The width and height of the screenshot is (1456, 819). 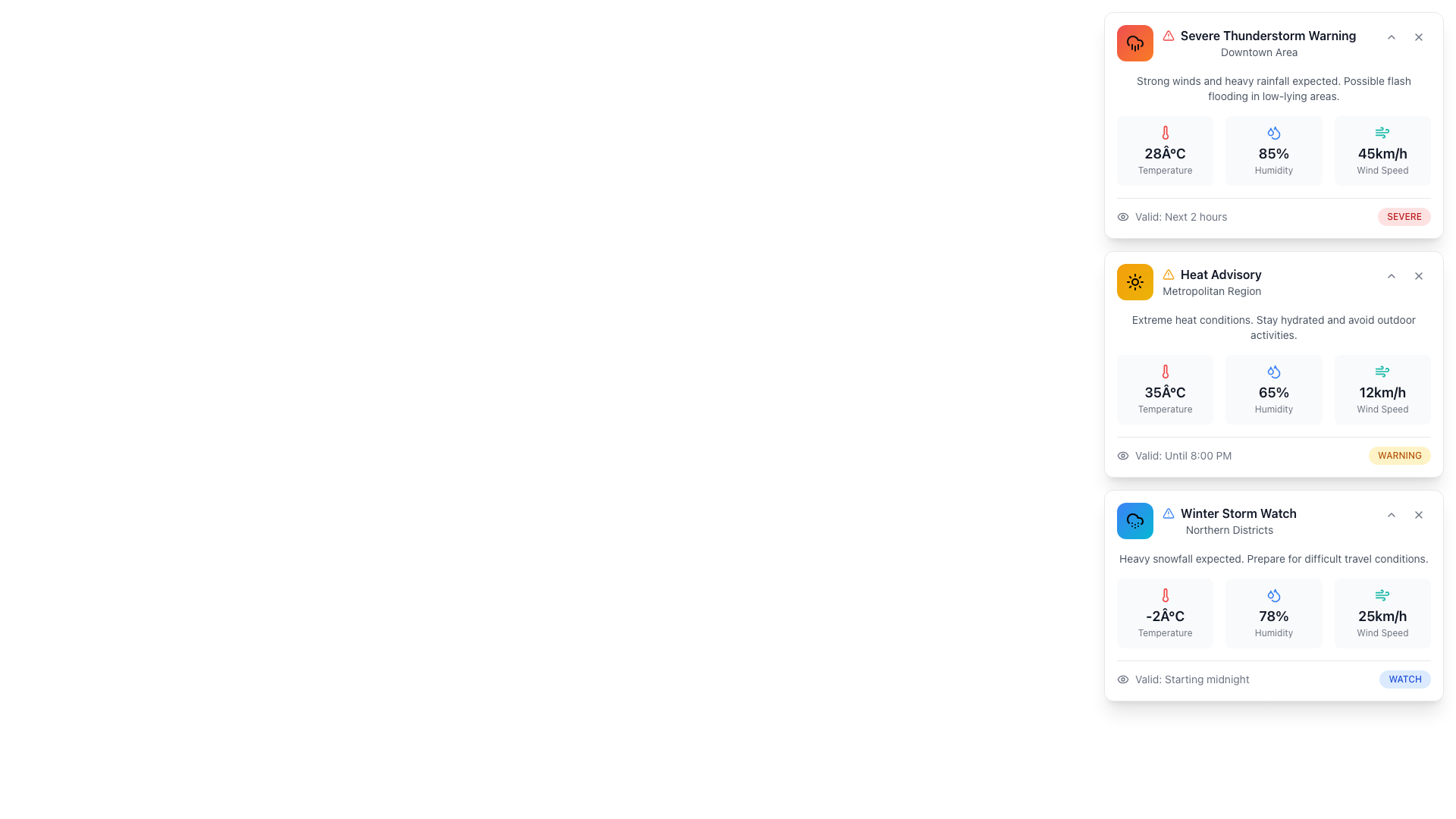 What do you see at coordinates (1135, 281) in the screenshot?
I see `the sun icon representing a heat advisory, located in the middle card element near the top-left corner` at bounding box center [1135, 281].